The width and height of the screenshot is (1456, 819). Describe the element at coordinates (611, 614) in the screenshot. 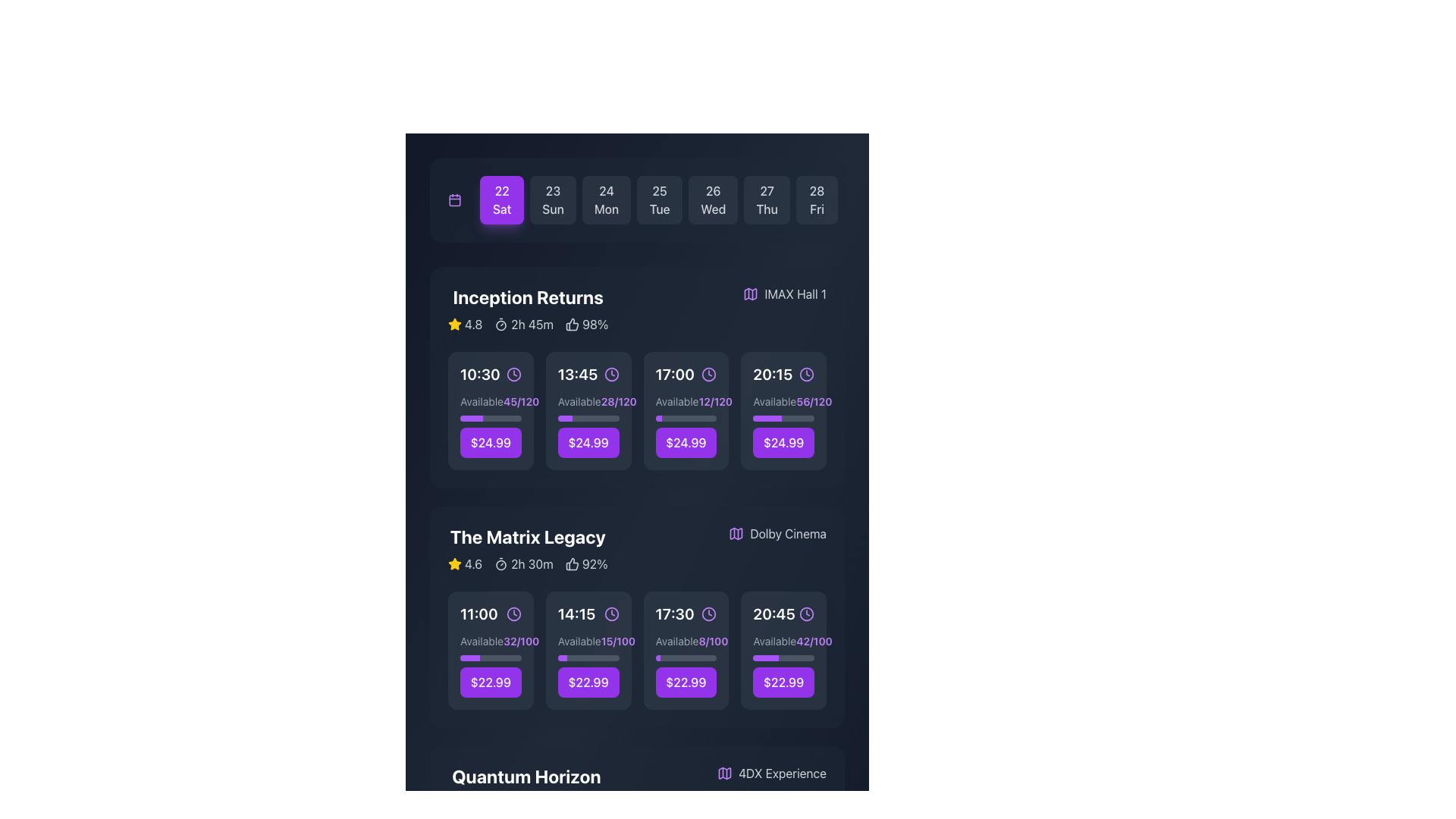

I see `the circular component of the SVG clock icon, which has a purple outline and is located next to the time label '14:15'` at that location.